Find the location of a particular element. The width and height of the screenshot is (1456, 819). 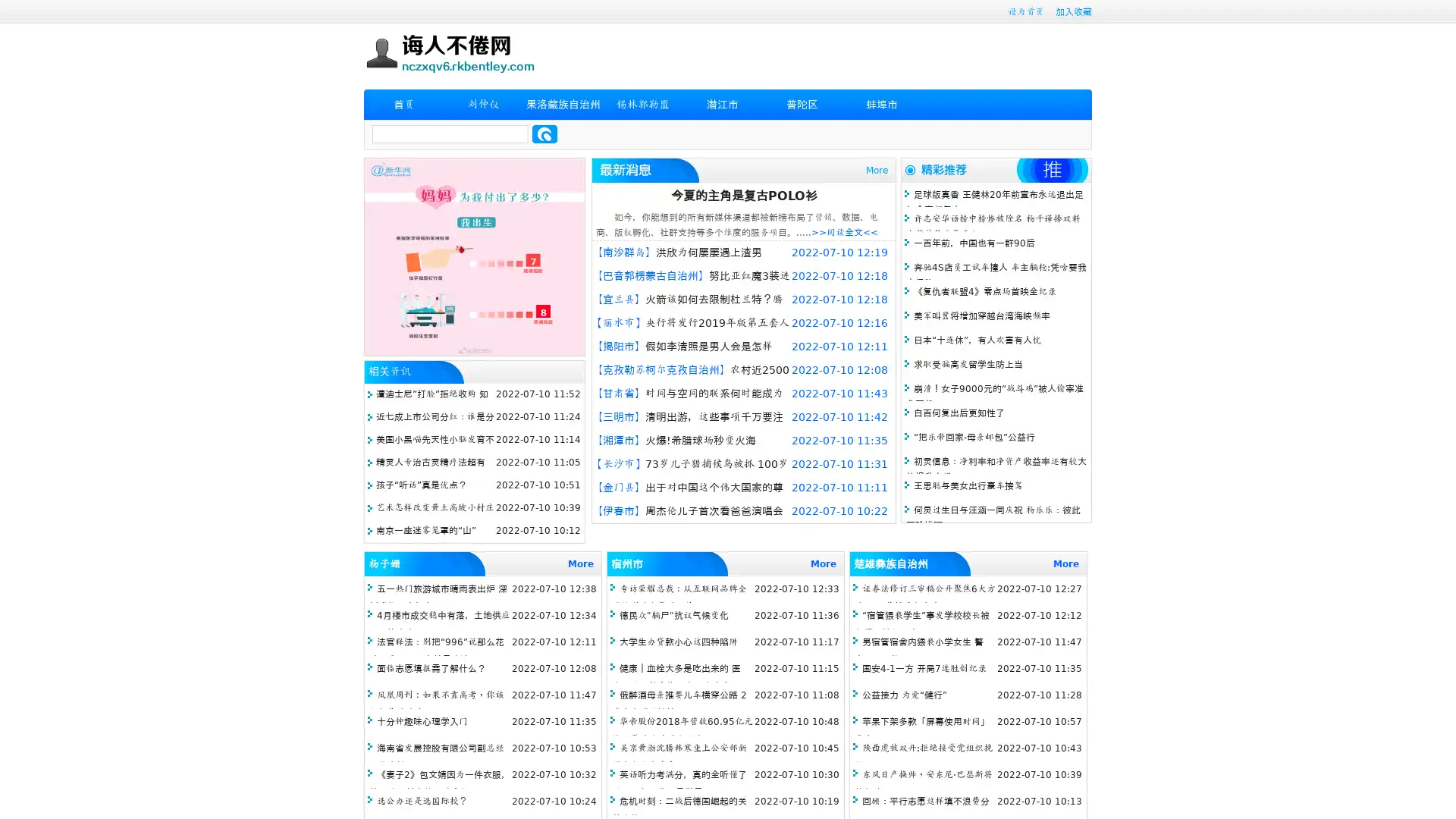

Search is located at coordinates (544, 133).